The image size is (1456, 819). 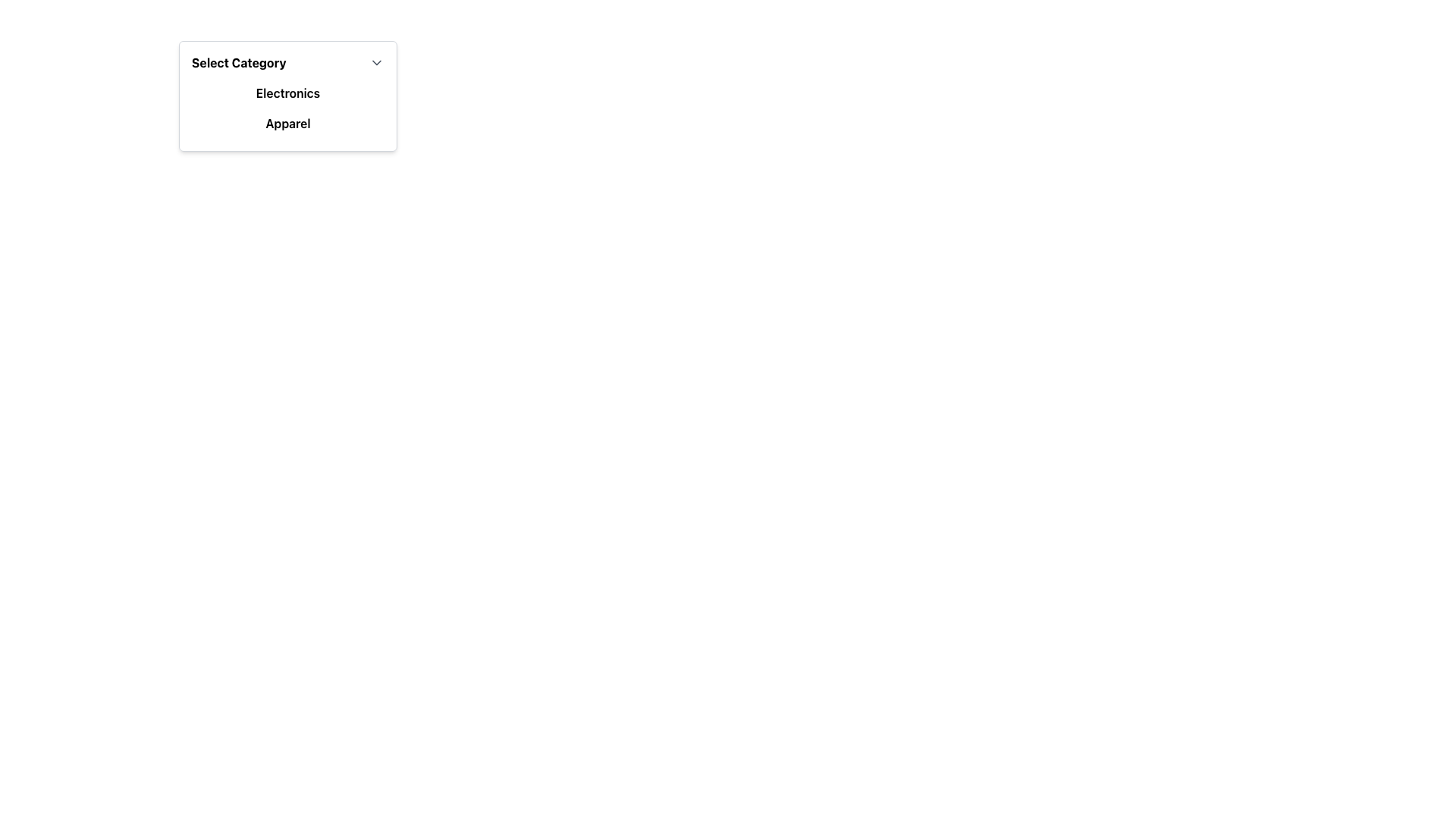 What do you see at coordinates (377, 62) in the screenshot?
I see `the toggle icon located on the right side of the 'Select Category' text in the dropdown menu header` at bounding box center [377, 62].